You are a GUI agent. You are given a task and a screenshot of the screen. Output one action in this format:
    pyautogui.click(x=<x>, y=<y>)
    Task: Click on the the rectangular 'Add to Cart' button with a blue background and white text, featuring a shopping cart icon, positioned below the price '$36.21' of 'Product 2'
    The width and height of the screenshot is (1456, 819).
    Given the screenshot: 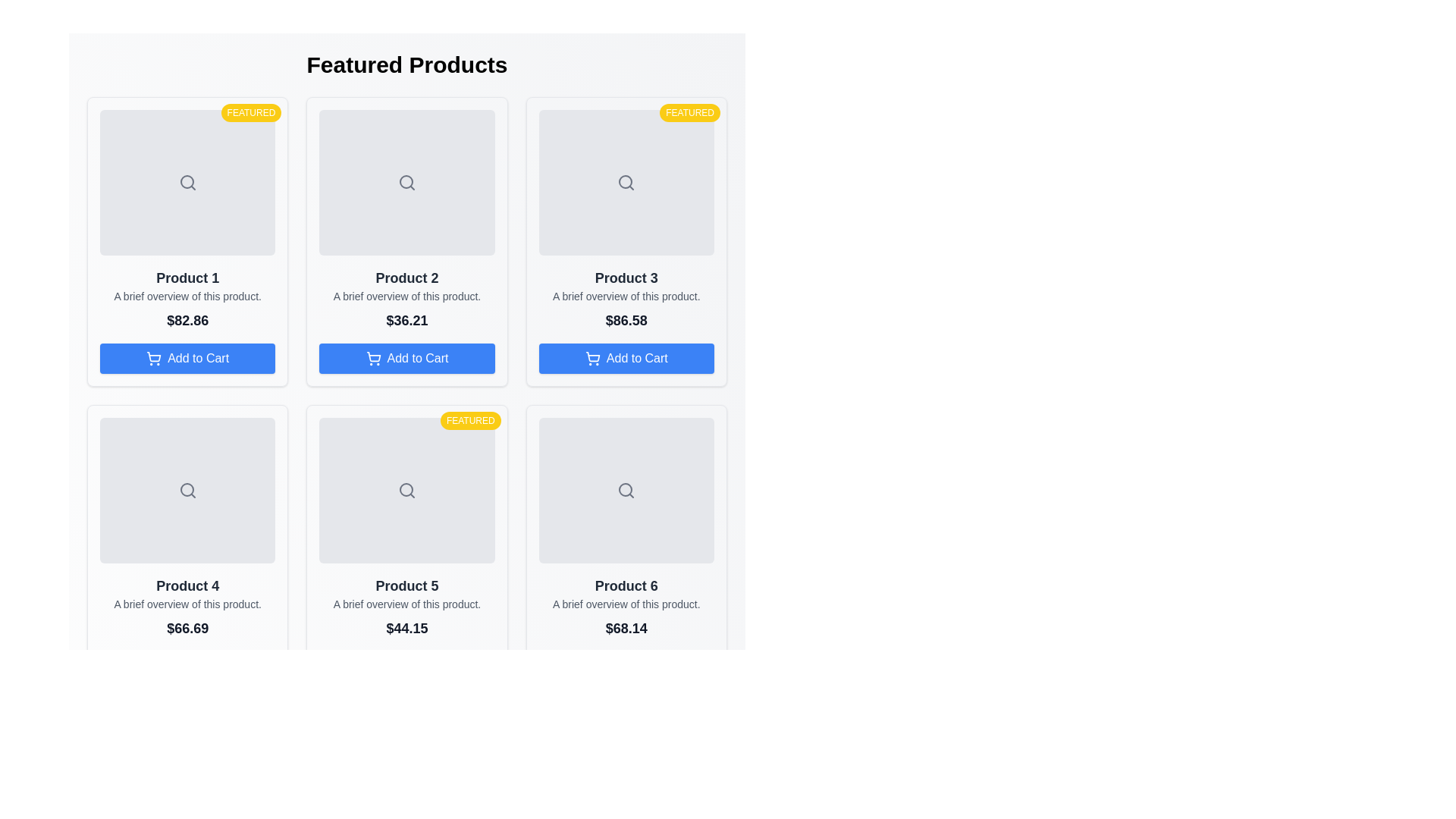 What is the action you would take?
    pyautogui.click(x=407, y=359)
    